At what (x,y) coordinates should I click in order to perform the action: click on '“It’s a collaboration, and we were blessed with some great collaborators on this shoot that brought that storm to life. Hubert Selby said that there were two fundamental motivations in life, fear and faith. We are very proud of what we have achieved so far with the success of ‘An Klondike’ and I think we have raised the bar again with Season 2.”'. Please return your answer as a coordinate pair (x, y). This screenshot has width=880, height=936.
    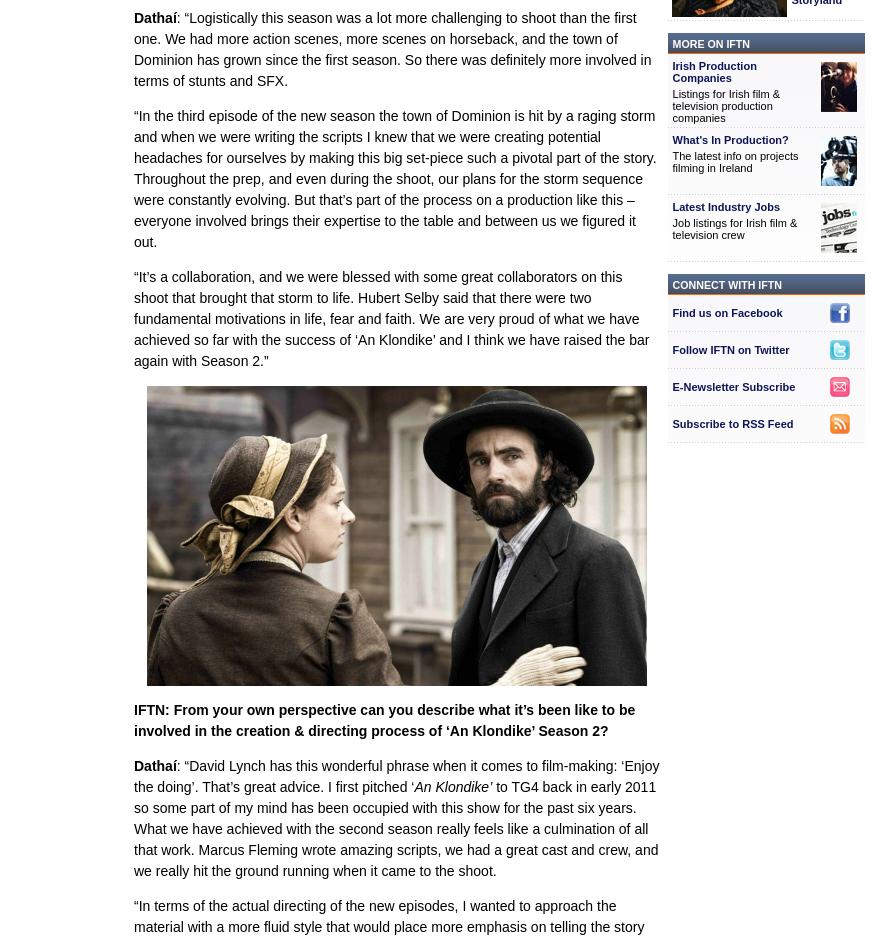
    Looking at the image, I should click on (390, 317).